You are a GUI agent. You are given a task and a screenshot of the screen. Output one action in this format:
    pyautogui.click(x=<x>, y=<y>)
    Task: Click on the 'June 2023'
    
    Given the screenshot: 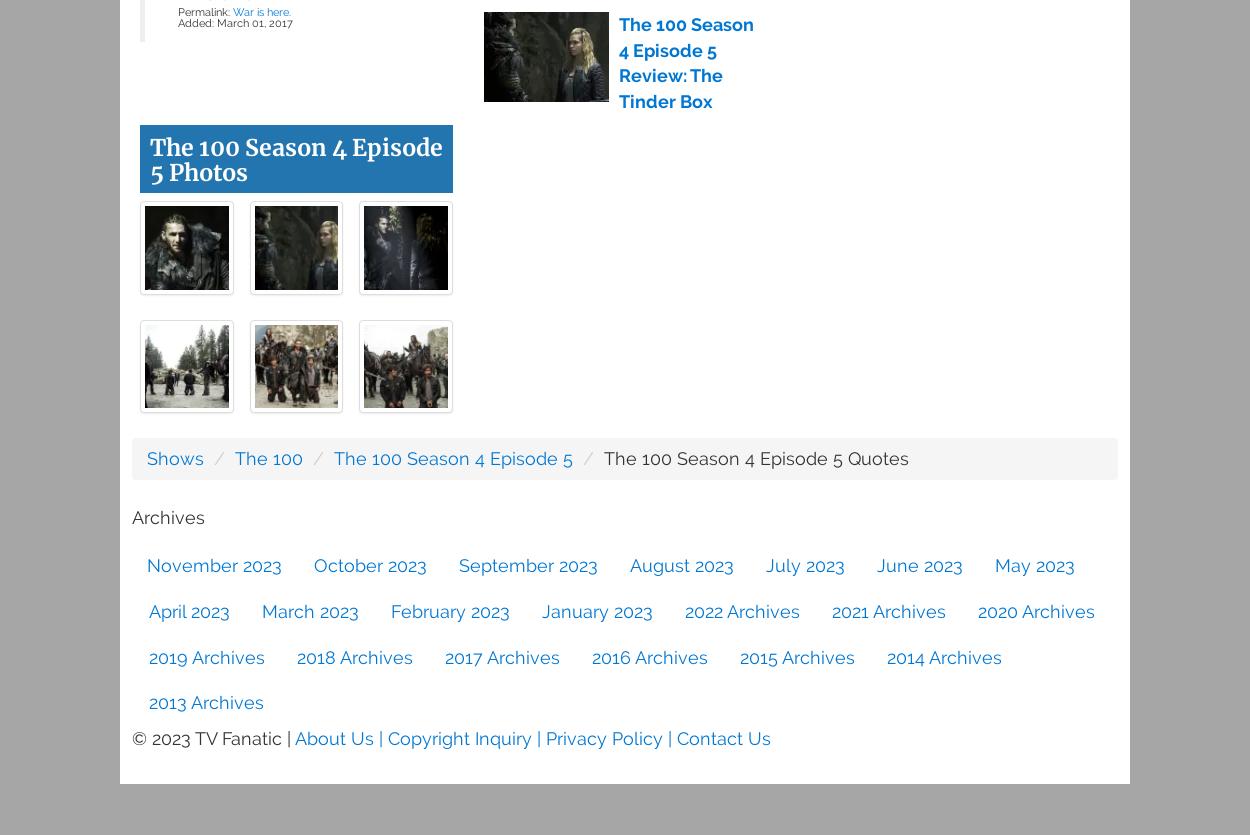 What is the action you would take?
    pyautogui.click(x=920, y=565)
    